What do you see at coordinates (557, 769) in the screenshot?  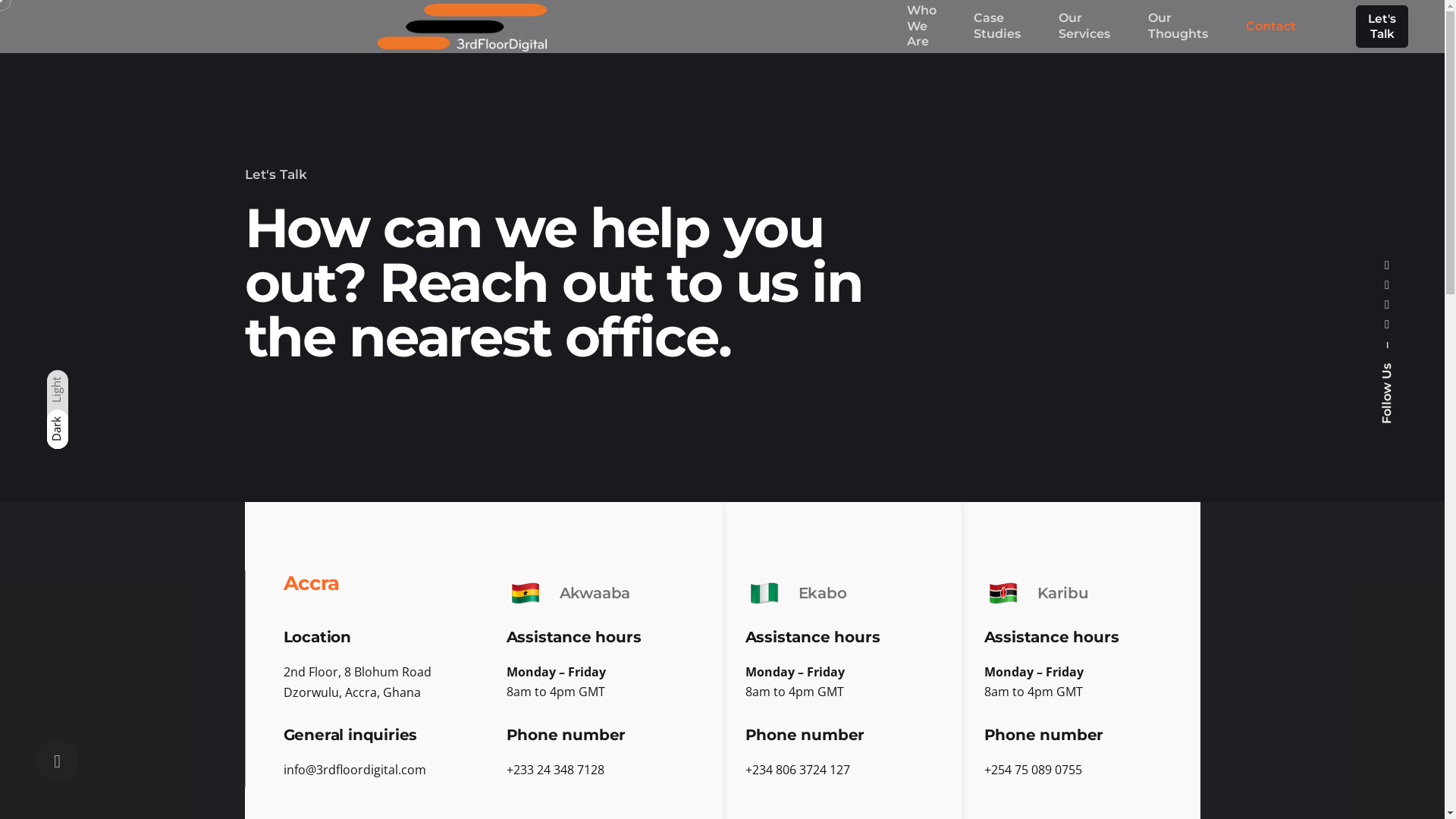 I see `'233 24 348 7128'` at bounding box center [557, 769].